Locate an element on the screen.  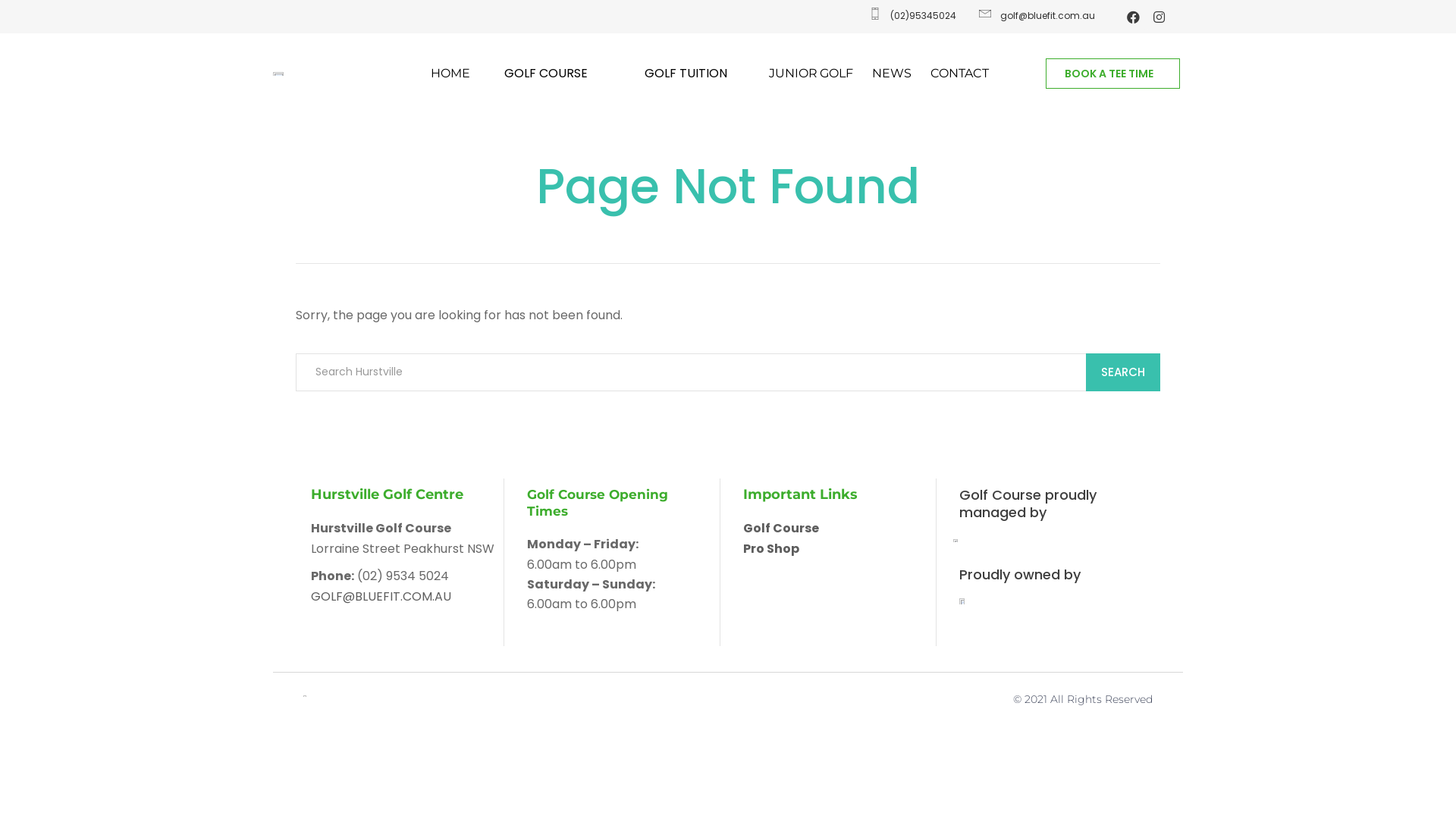
'(02)95345024' is located at coordinates (910, 15).